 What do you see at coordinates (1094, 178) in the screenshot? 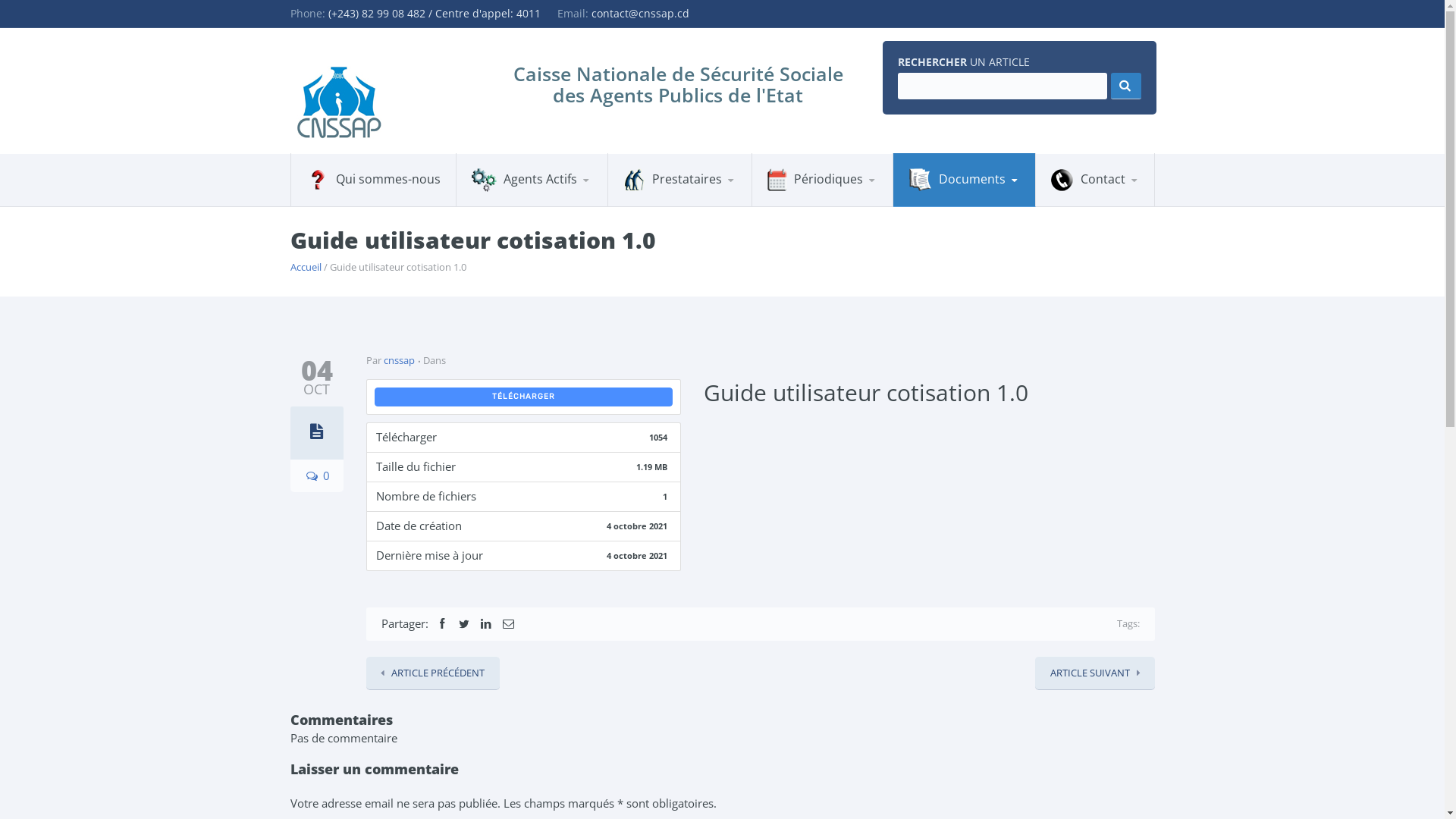
I see `'Contact'` at bounding box center [1094, 178].